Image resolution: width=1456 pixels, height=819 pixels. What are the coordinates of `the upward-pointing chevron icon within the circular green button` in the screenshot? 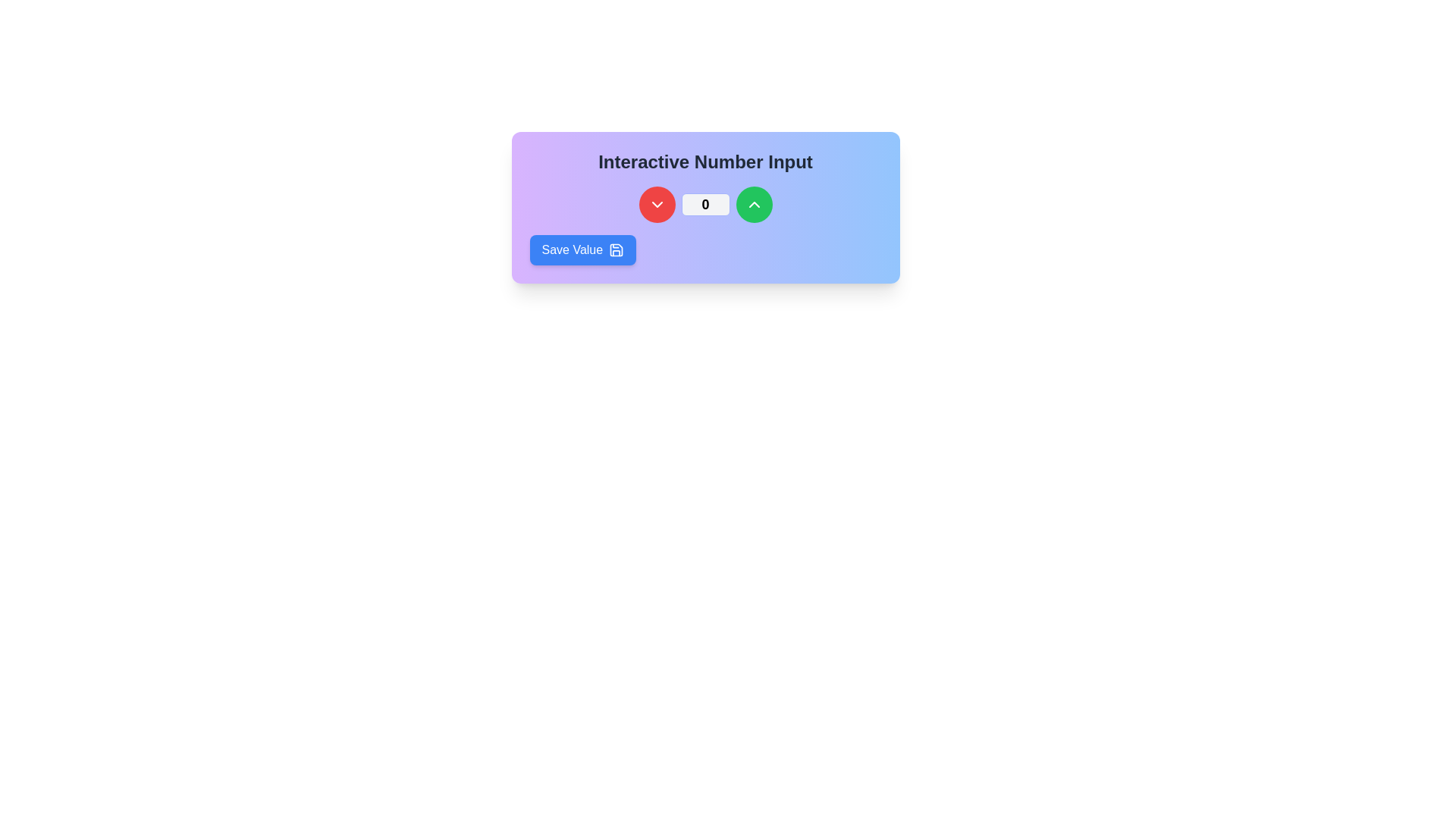 It's located at (754, 205).